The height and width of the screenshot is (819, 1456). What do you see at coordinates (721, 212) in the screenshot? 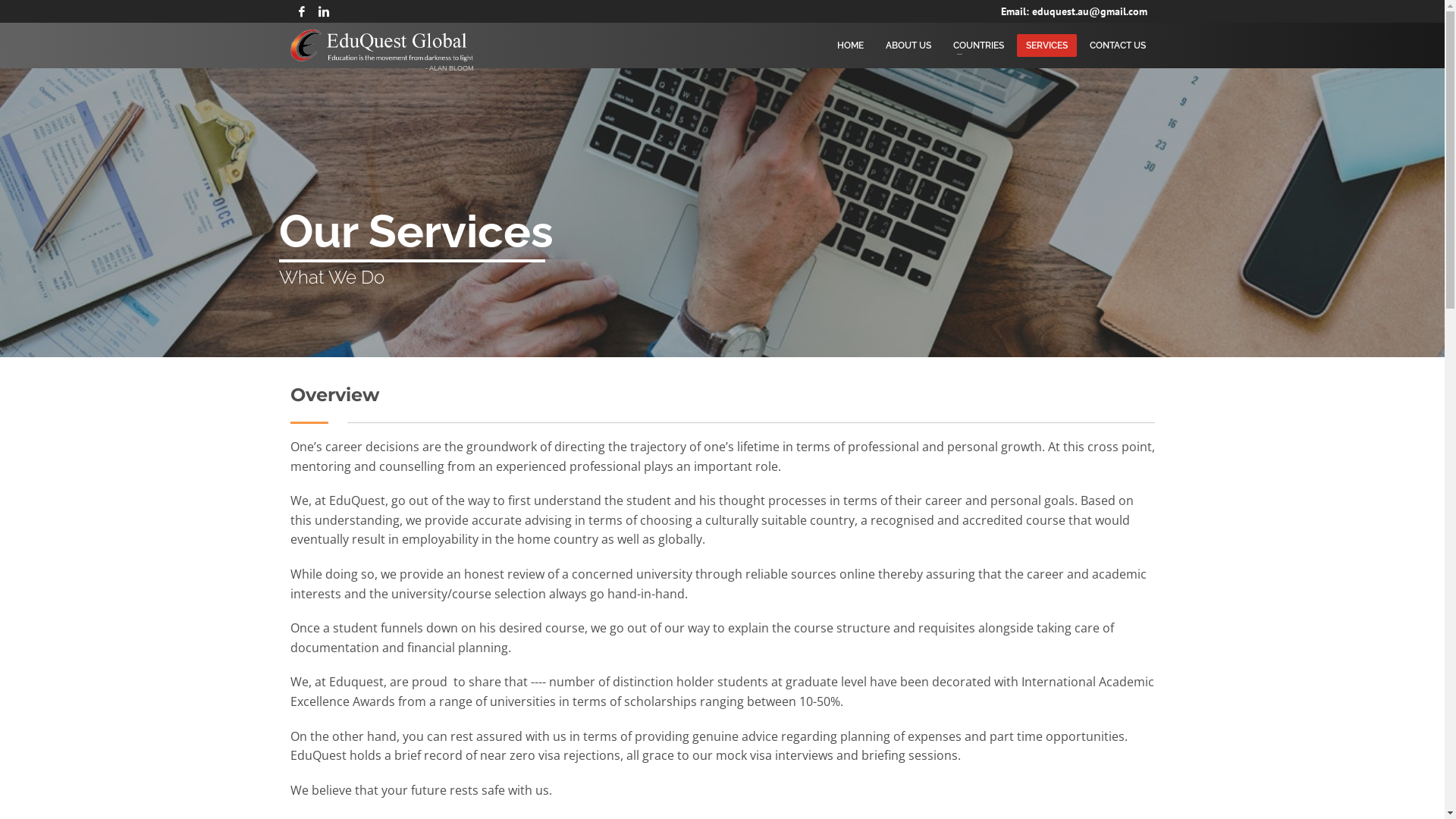
I see `'pexels-photo-1011329'` at bounding box center [721, 212].